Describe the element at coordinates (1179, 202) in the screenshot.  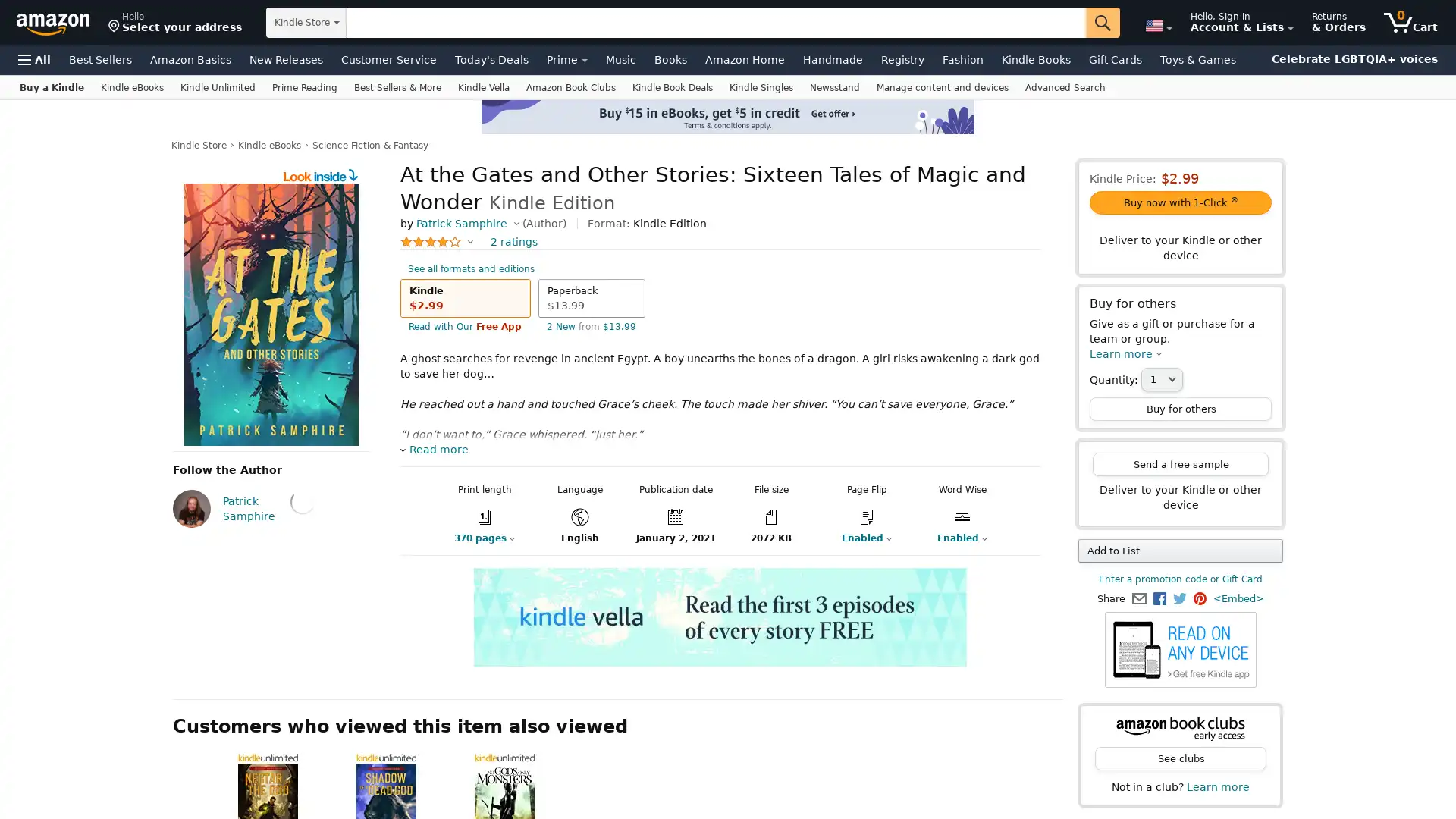
I see `Buy now with 1-Click` at that location.